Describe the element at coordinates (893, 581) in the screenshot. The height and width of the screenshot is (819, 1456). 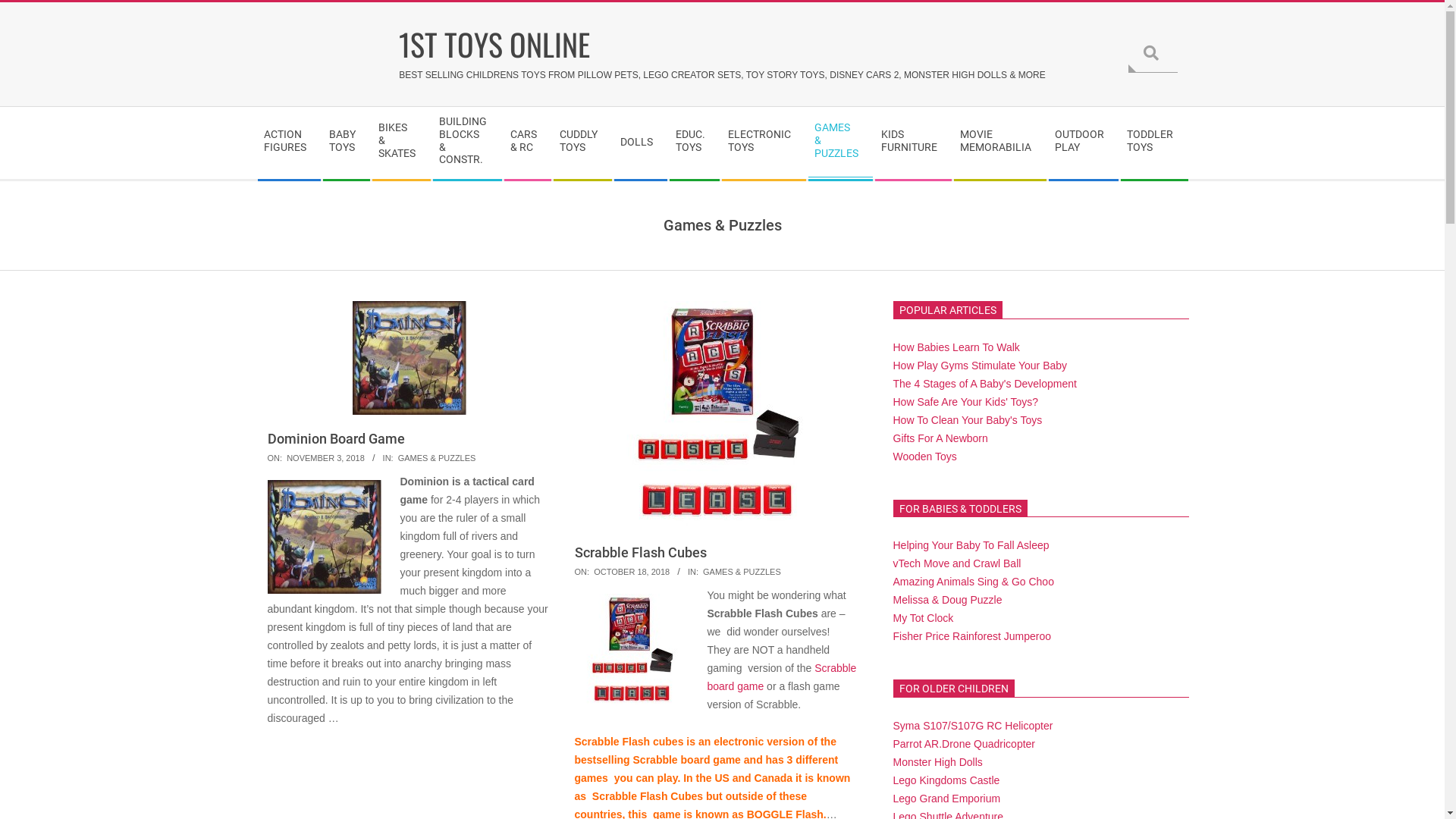
I see `'Amazing Animals Sing & Go Choo'` at that location.